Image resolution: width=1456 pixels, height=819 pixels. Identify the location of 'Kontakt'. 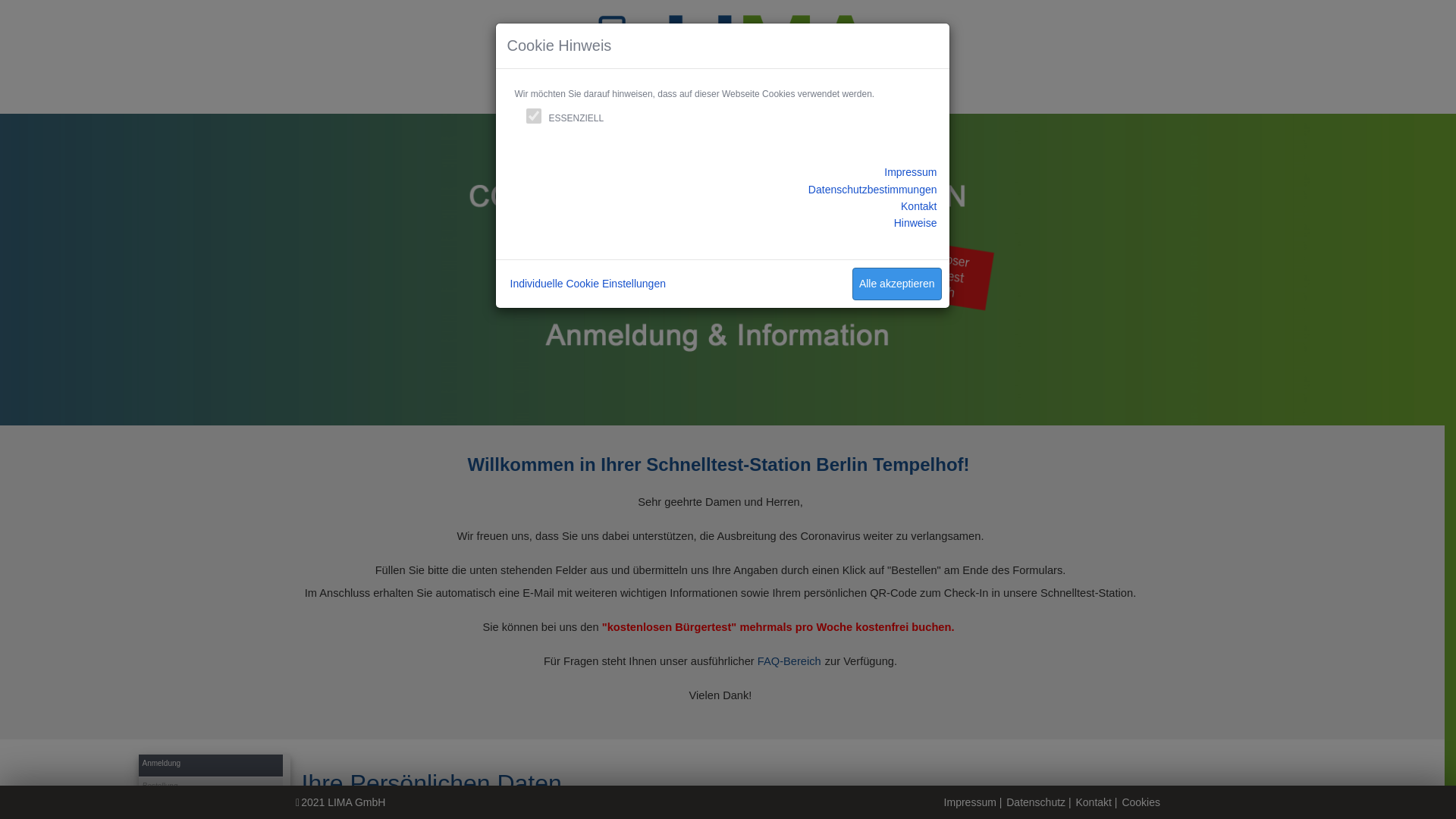
(1093, 801).